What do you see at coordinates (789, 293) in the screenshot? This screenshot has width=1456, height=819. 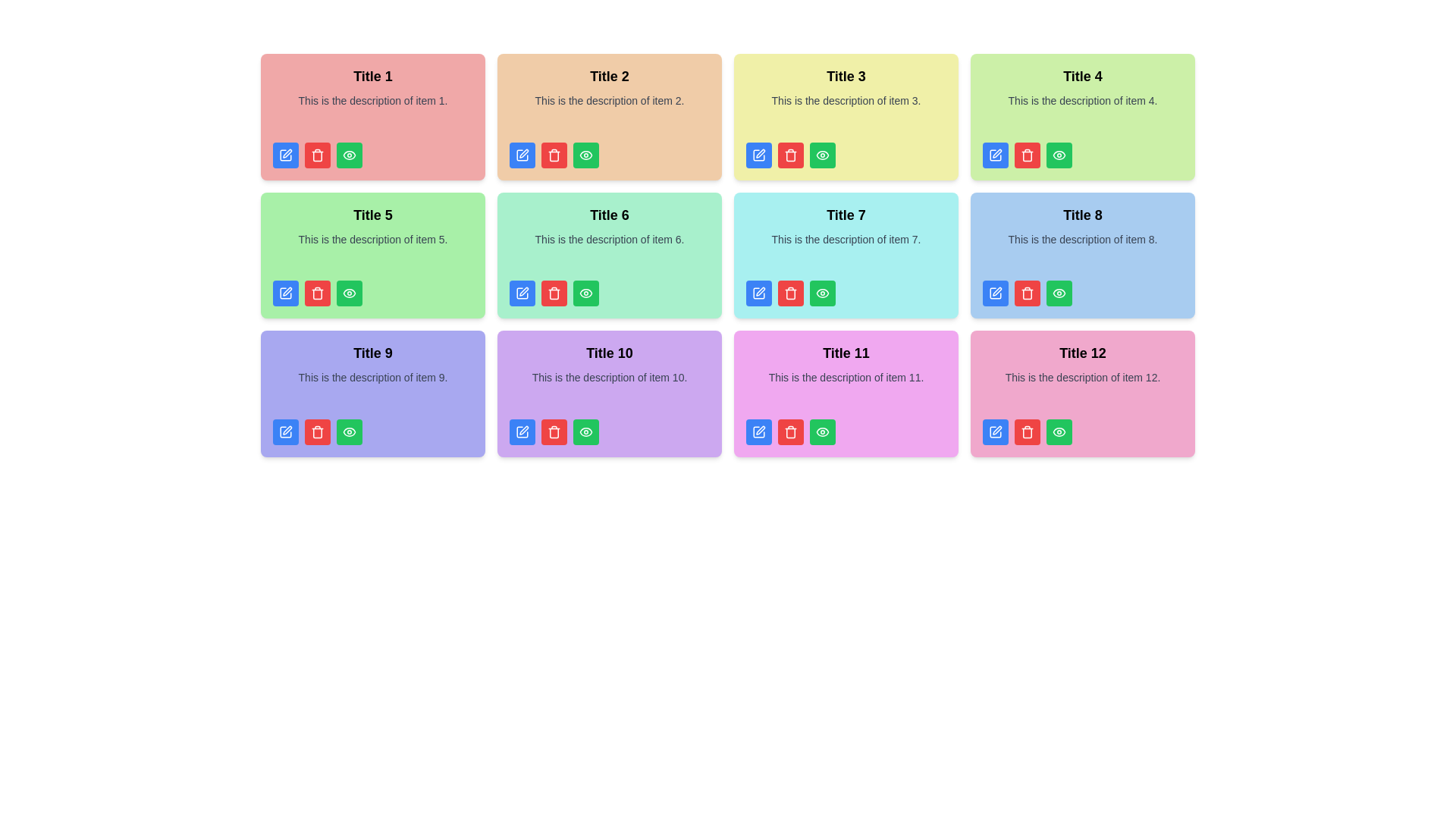 I see `the red delete button with a white trash can icon located in the middle column of the button group` at bounding box center [789, 293].